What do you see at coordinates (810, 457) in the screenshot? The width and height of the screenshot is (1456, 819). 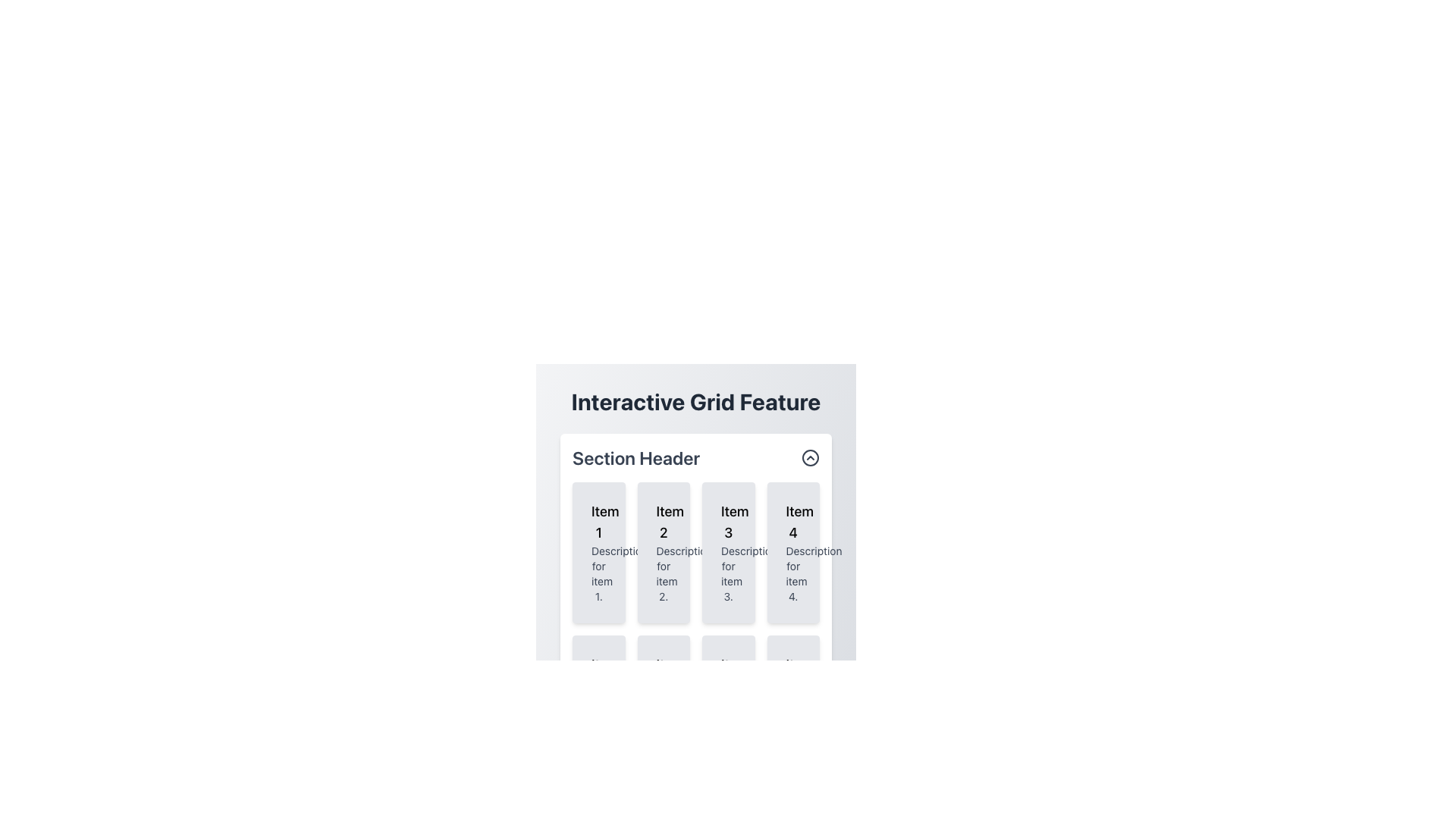 I see `the circular icon button with an upward-pointing chevron located at the far-right side of the 'Section Header' text` at bounding box center [810, 457].